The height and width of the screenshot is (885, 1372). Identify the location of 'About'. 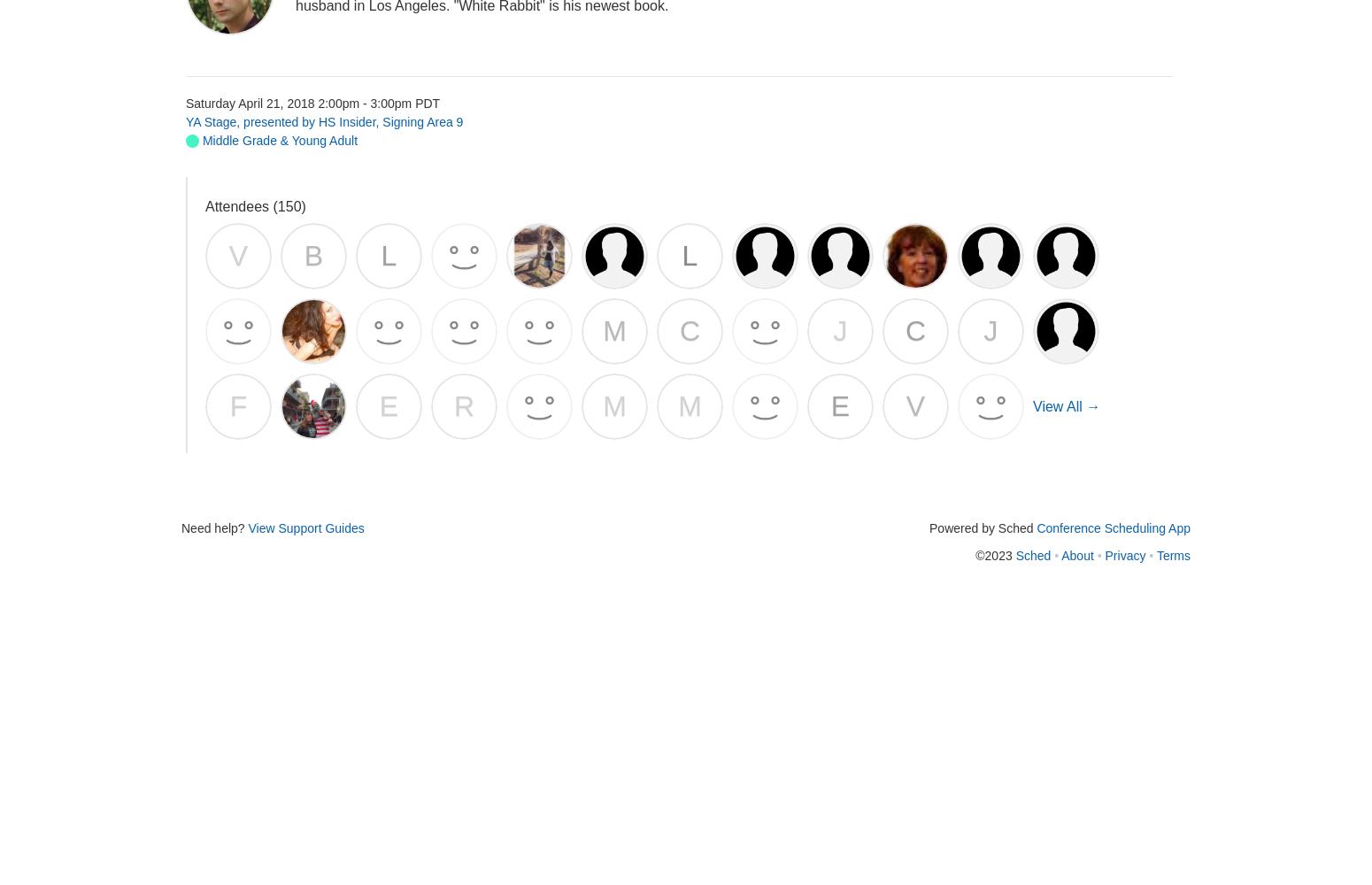
(1077, 555).